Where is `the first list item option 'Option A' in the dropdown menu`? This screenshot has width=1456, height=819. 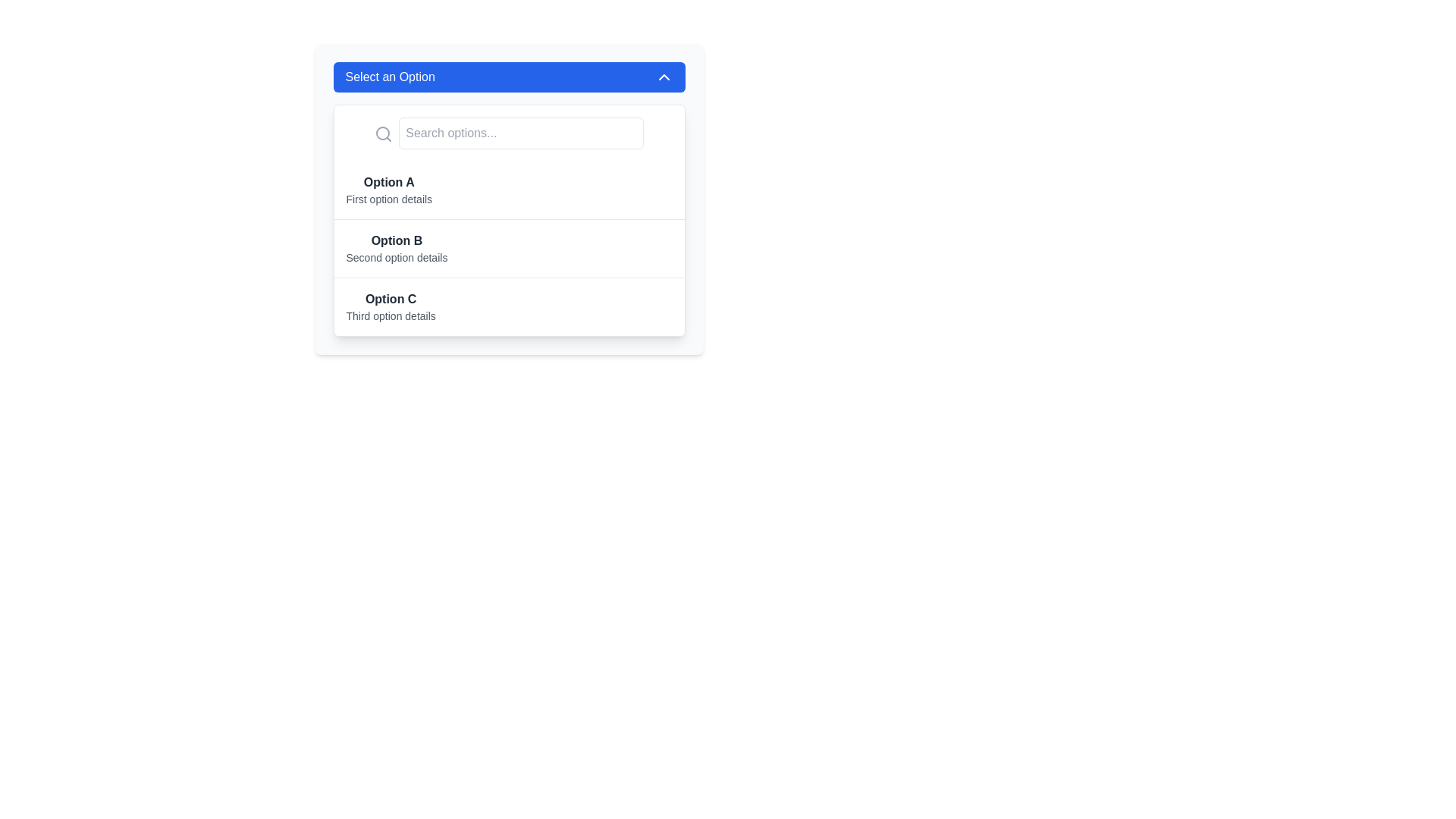
the first list item option 'Option A' in the dropdown menu is located at coordinates (389, 189).